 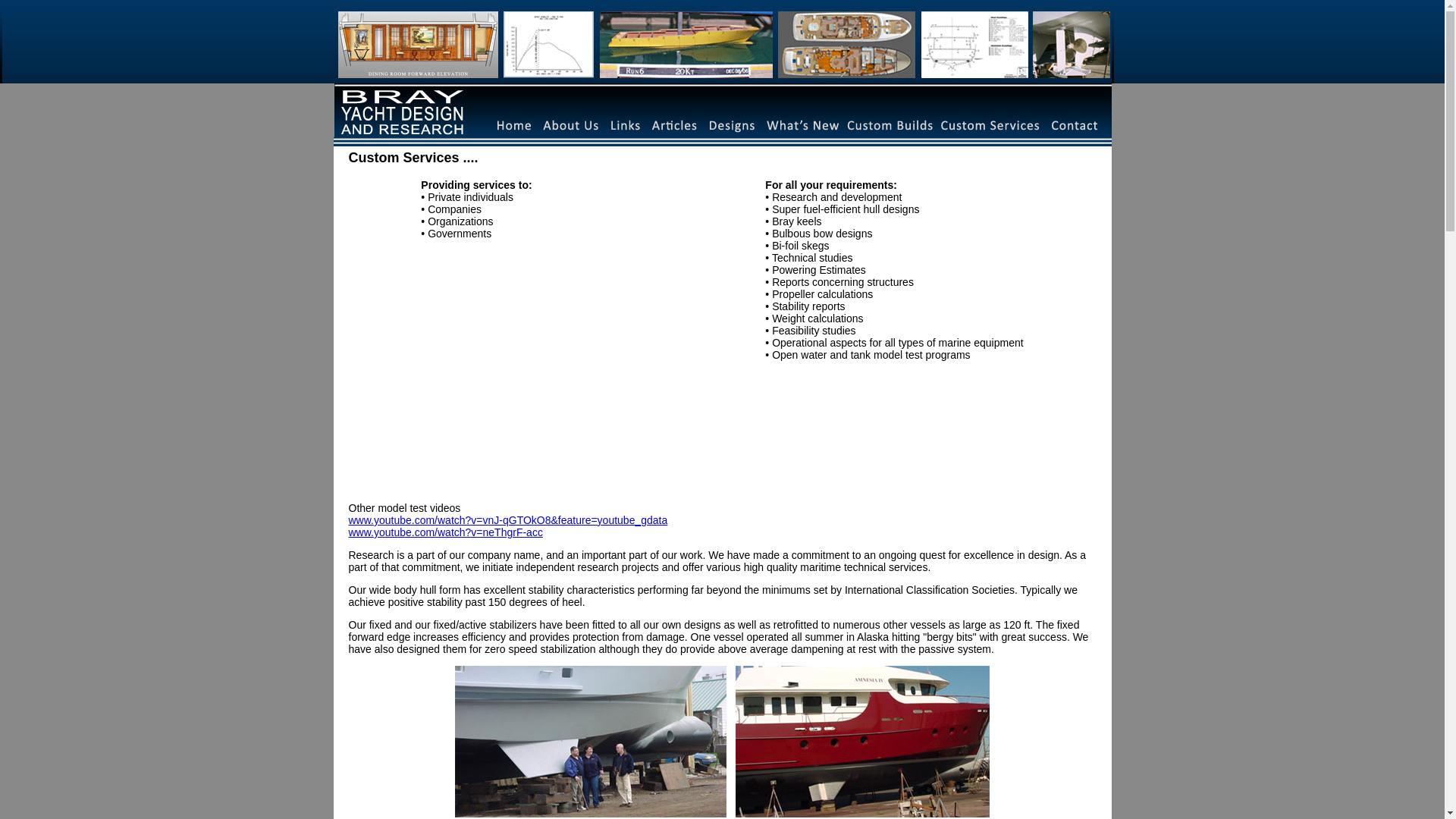 What do you see at coordinates (445, 532) in the screenshot?
I see `'www.youtube.com/watch?v=neThgrF-acc'` at bounding box center [445, 532].